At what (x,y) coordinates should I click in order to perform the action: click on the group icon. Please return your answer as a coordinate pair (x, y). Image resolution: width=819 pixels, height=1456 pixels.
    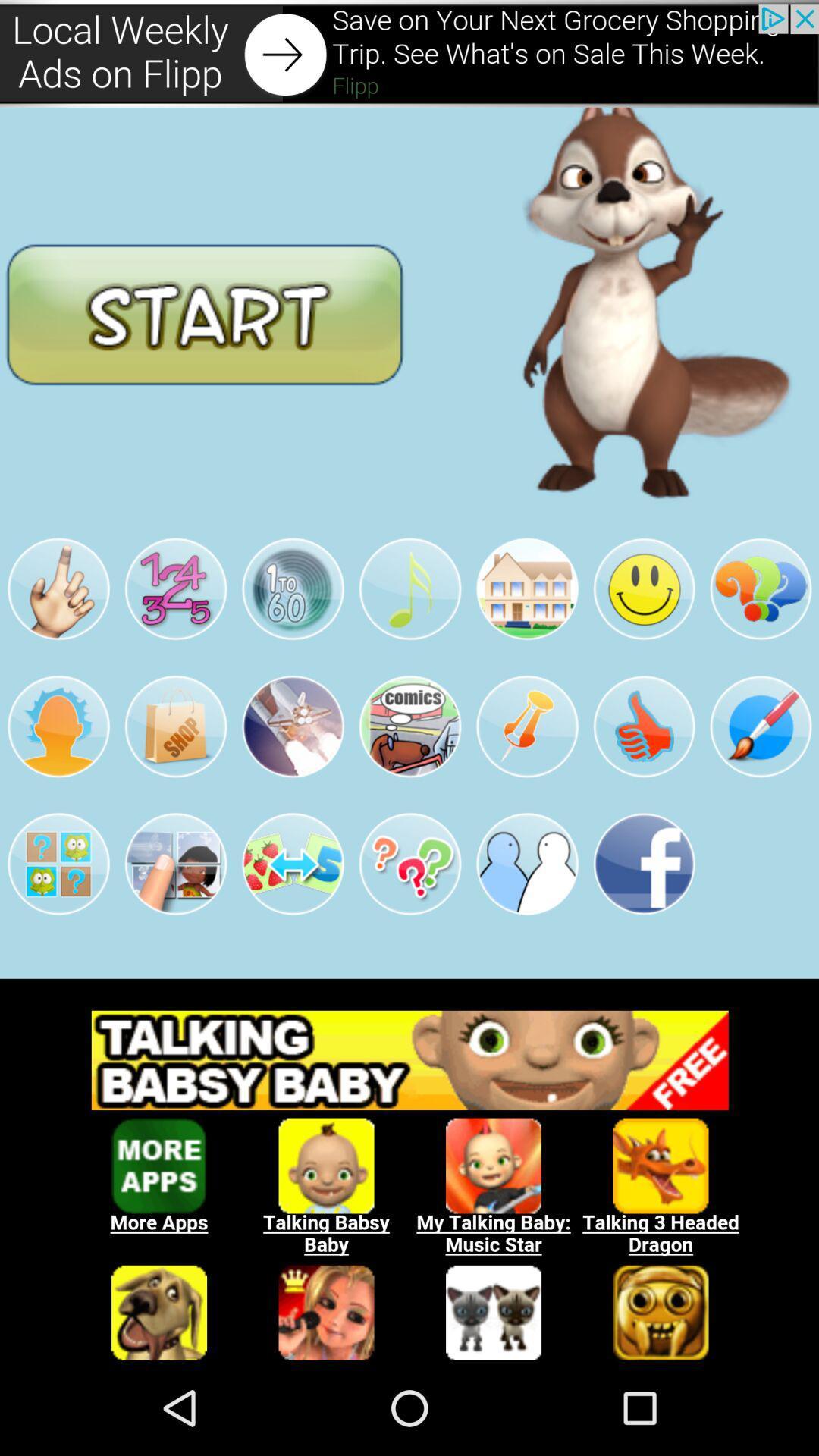
    Looking at the image, I should click on (526, 924).